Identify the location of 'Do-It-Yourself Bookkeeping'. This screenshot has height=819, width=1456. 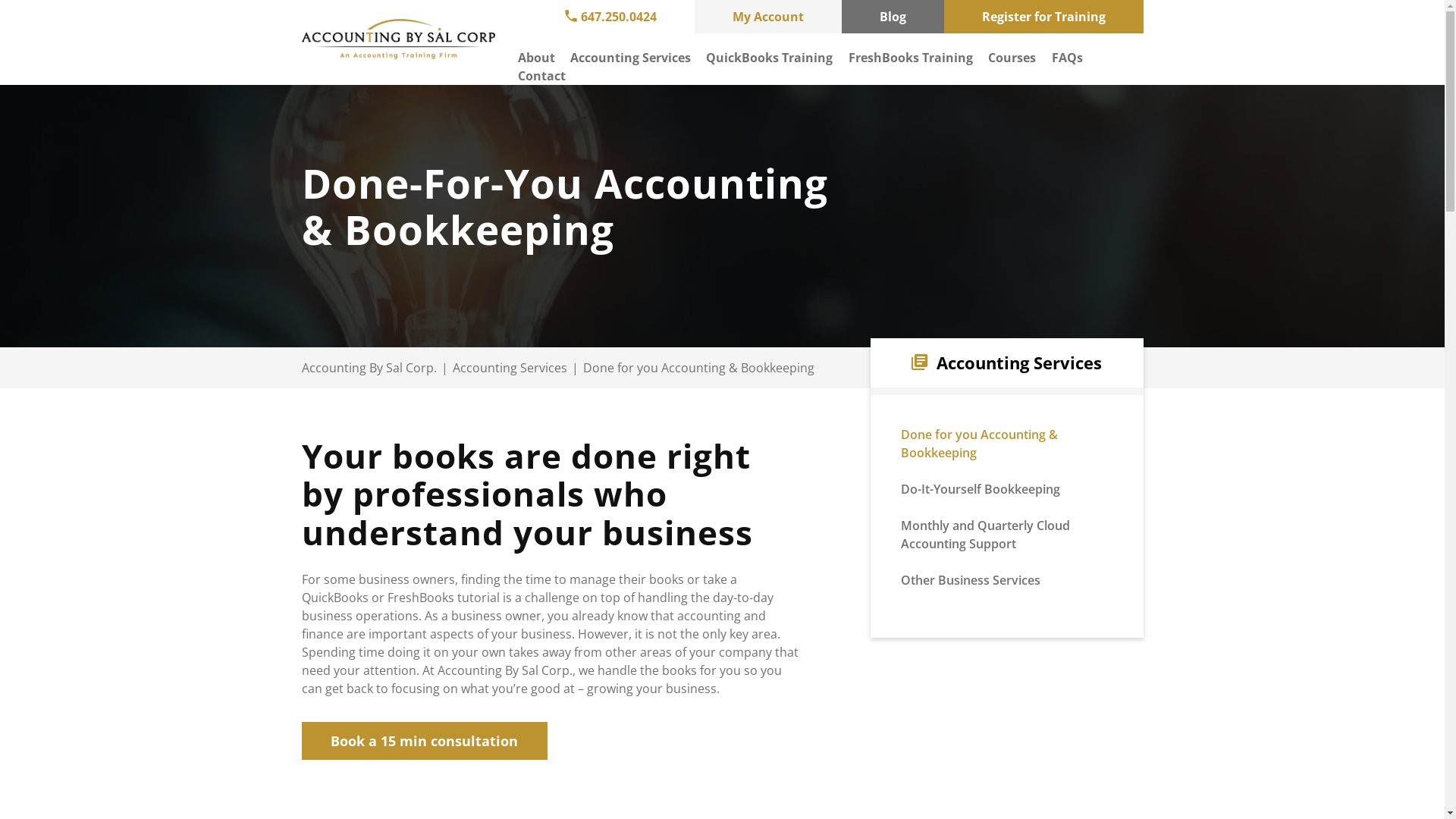
(901, 488).